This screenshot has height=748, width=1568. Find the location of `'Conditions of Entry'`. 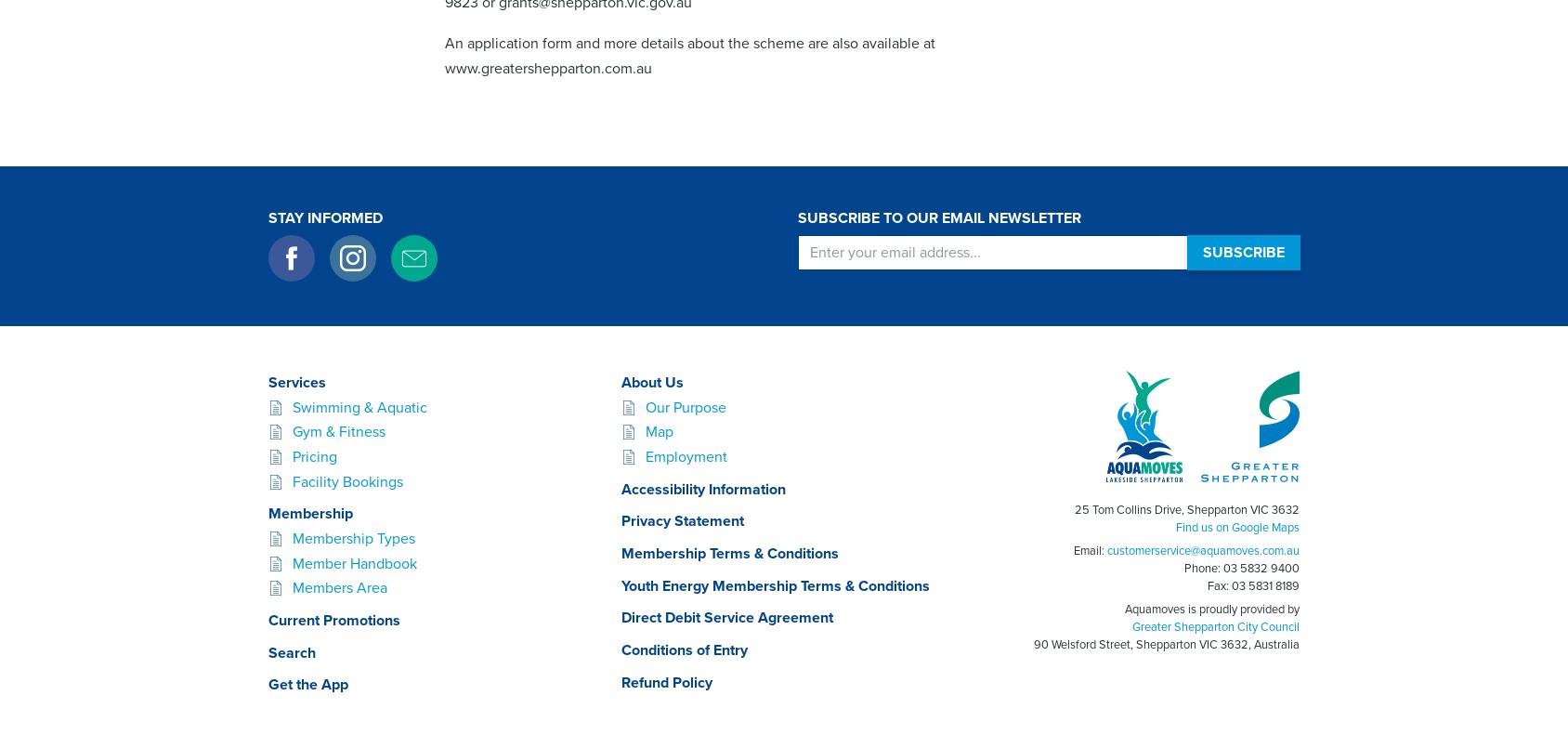

'Conditions of Entry' is located at coordinates (683, 650).